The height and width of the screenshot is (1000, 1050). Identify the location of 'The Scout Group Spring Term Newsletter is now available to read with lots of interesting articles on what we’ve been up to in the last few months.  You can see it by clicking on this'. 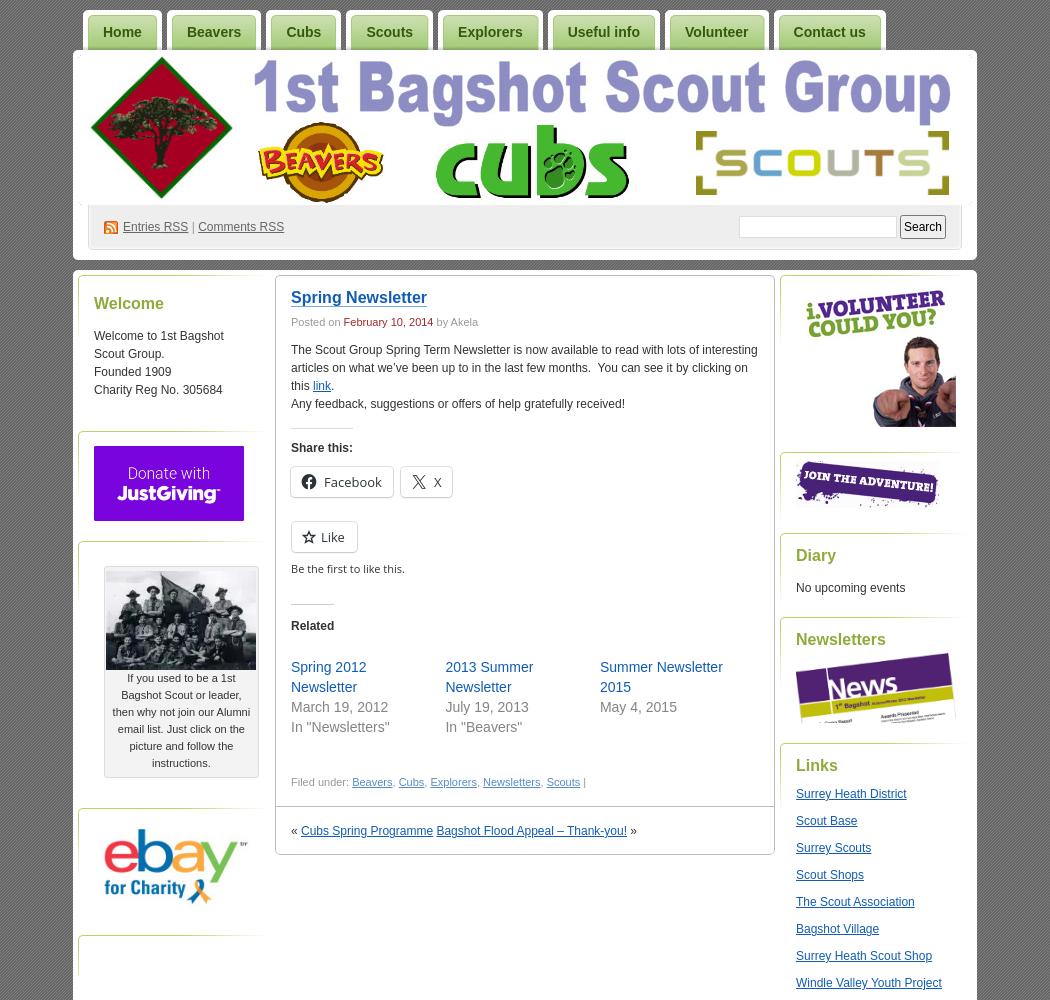
(522, 367).